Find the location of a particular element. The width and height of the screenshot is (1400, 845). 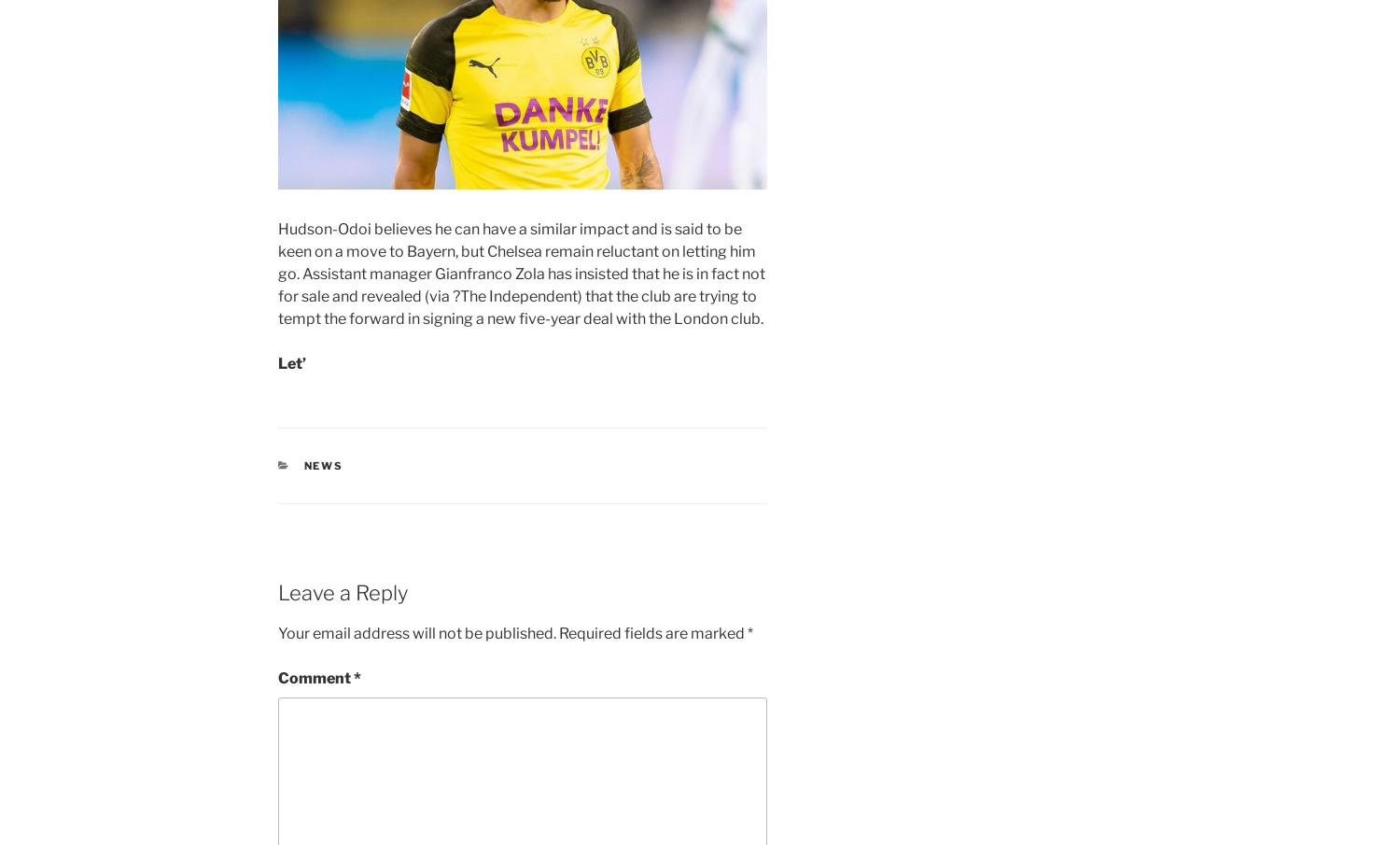

'Comment' is located at coordinates (278, 677).